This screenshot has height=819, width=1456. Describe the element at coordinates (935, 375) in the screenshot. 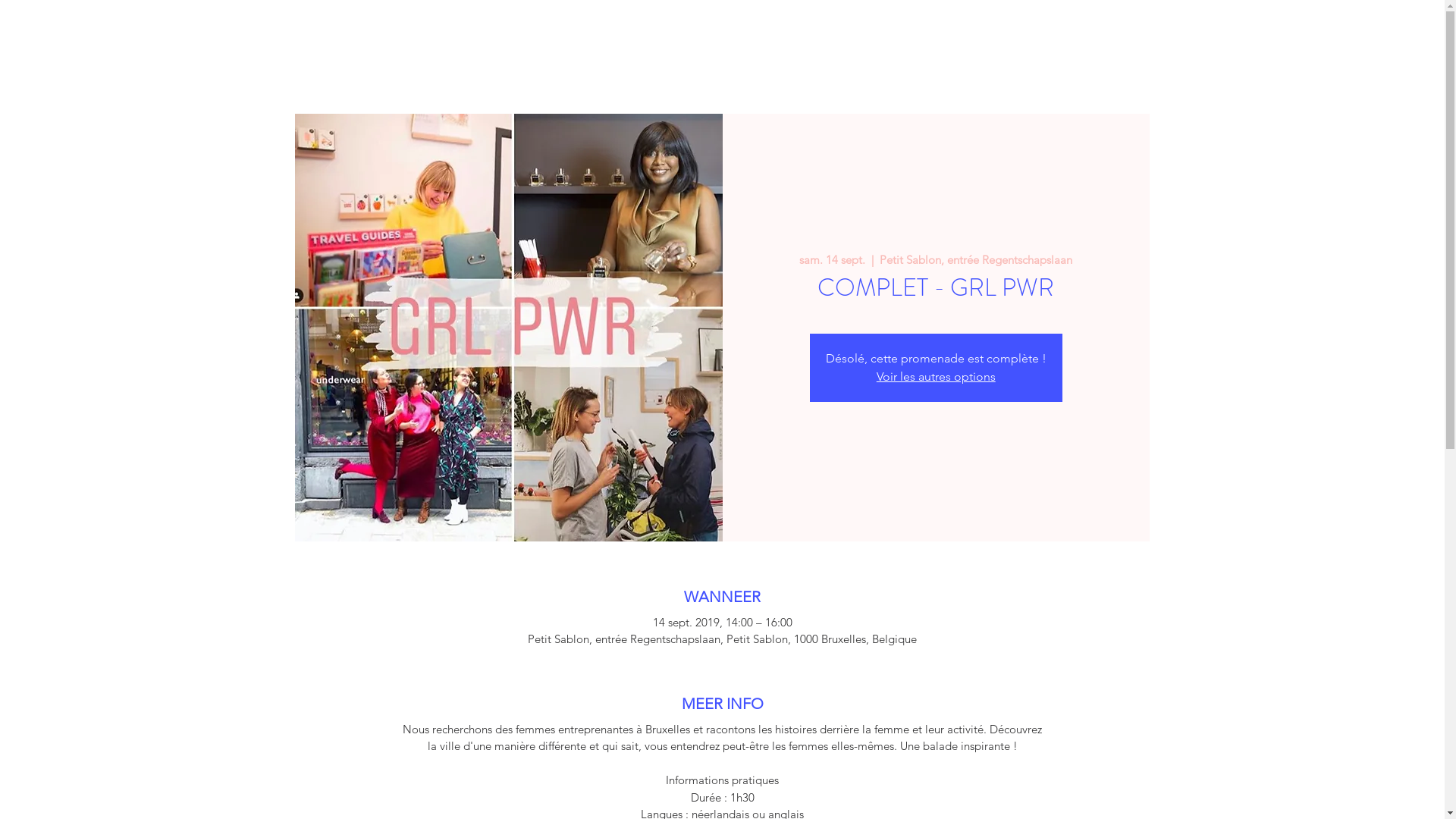

I see `'Voir les autres options'` at that location.